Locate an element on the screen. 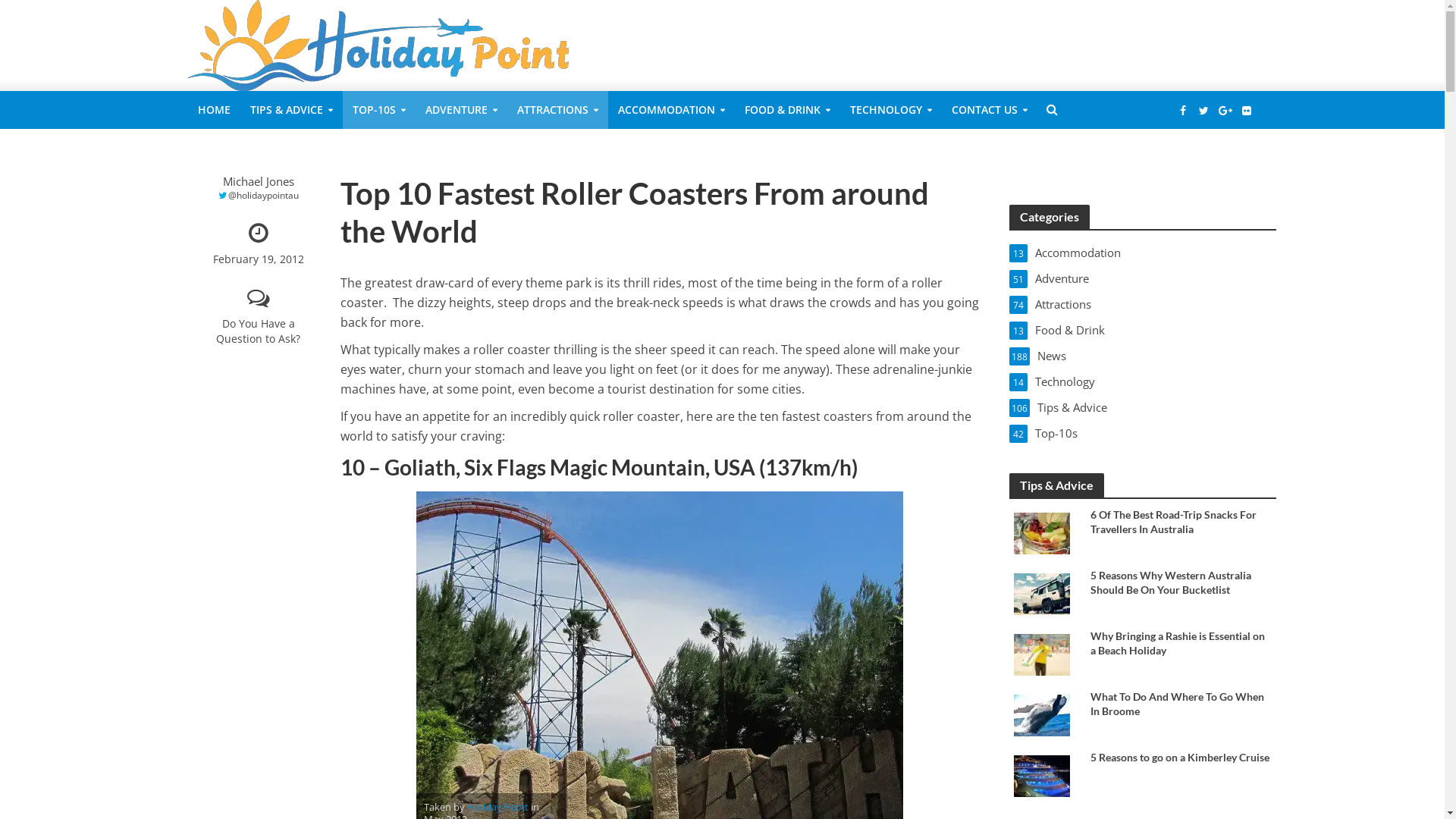  'ATTRACTIONS' is located at coordinates (506, 109).